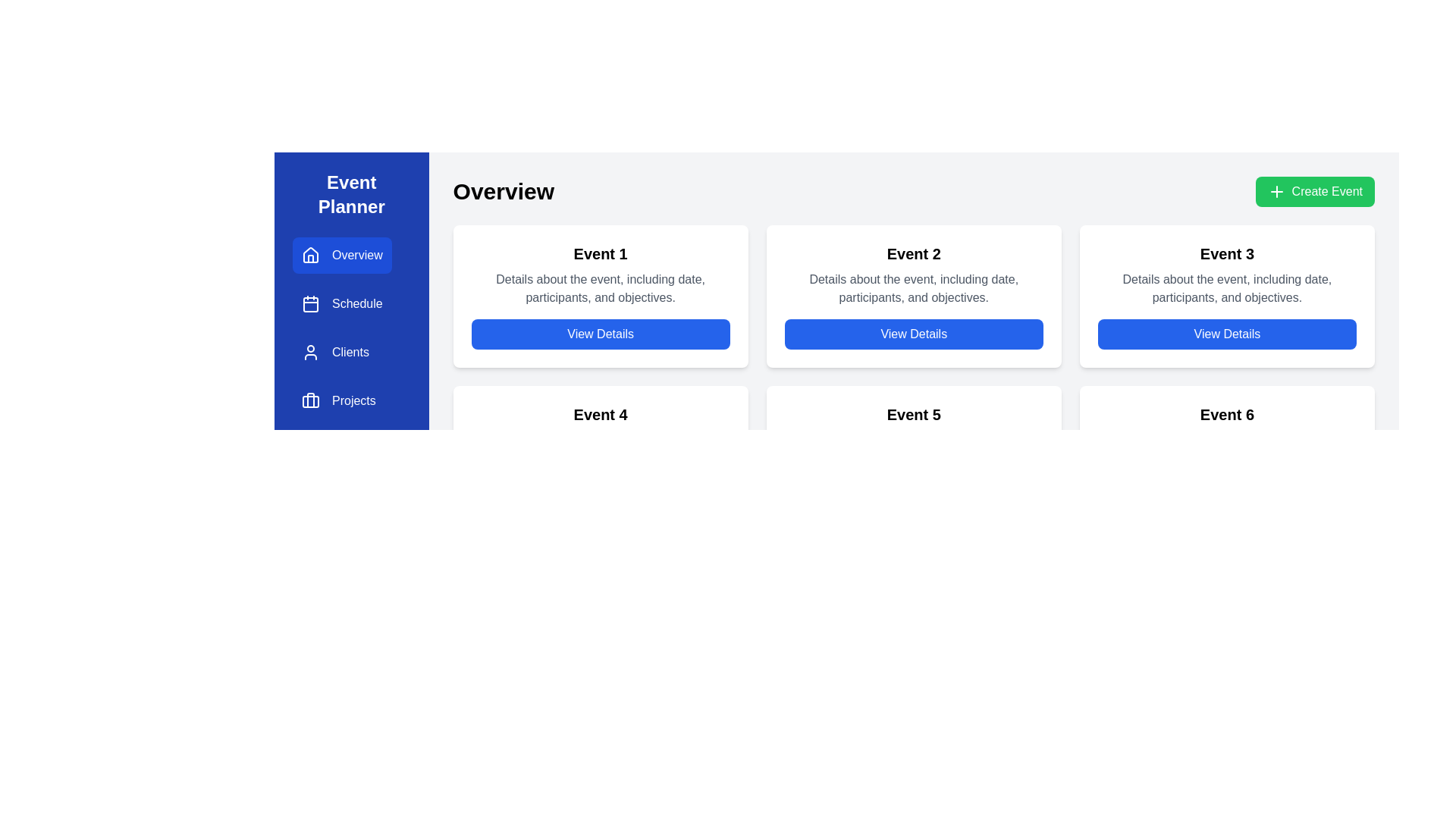 The width and height of the screenshot is (1456, 819). Describe the element at coordinates (341, 400) in the screenshot. I see `the 'Projects' button located in the vertical navigation menu, which is the fourth item, positioned between the 'Clients' and 'Settings' buttons` at that location.